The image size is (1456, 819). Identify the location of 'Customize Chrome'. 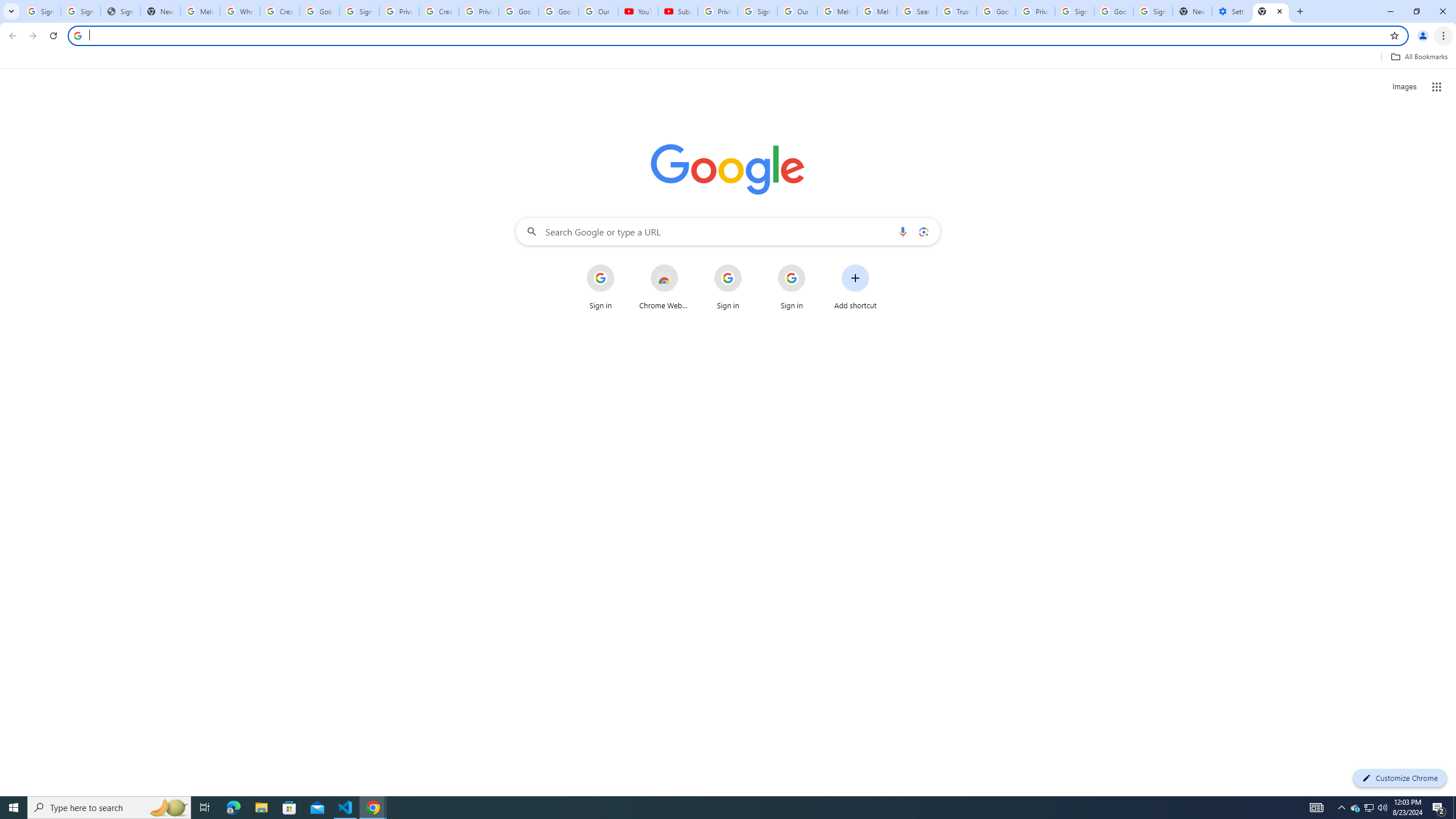
(1400, 777).